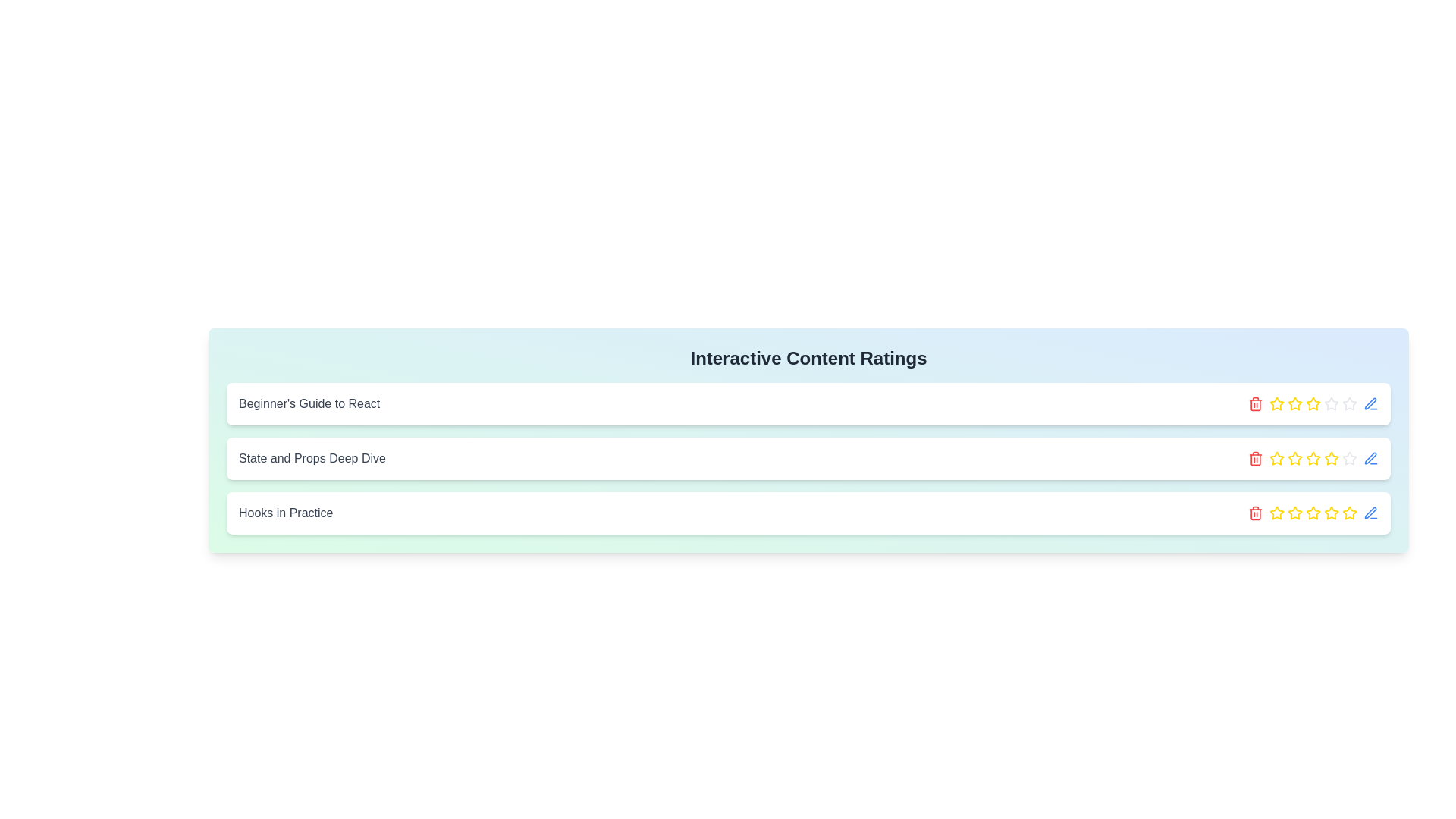 The image size is (1456, 819). I want to click on the third golden star icon in the rating feature, so click(1294, 403).